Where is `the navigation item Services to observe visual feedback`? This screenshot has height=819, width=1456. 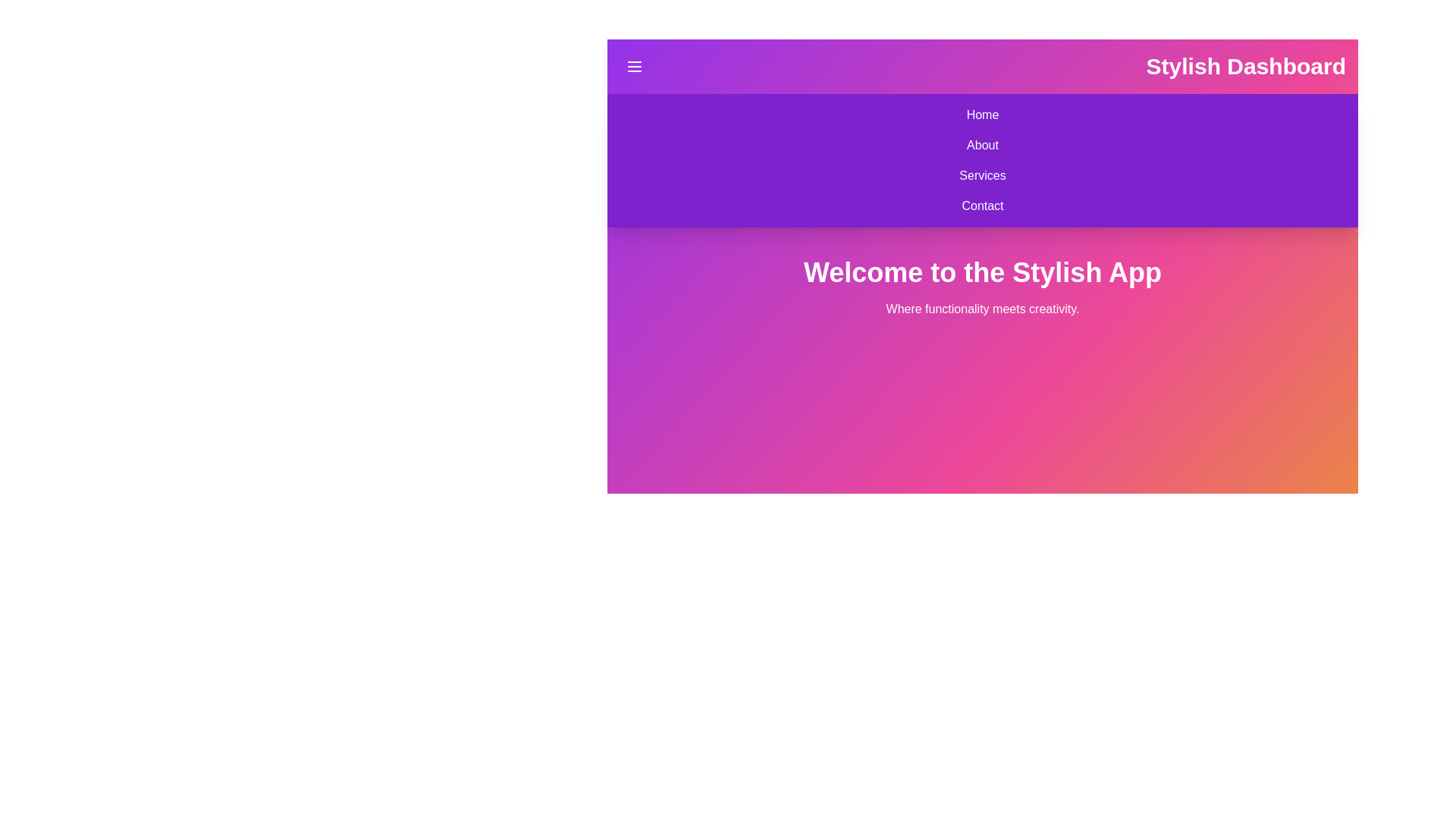 the navigation item Services to observe visual feedback is located at coordinates (983, 174).